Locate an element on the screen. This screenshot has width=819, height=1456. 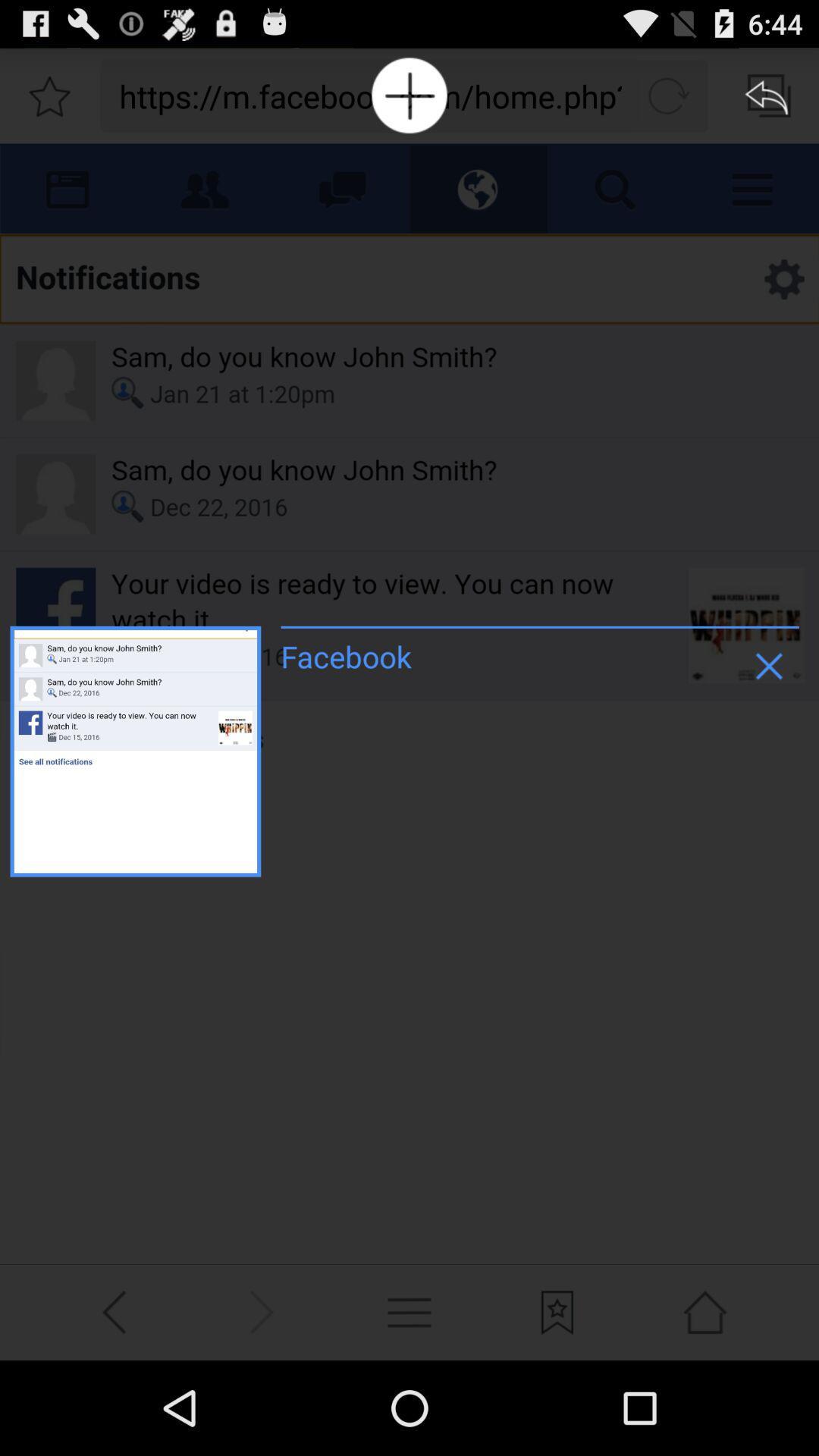
the add icon is located at coordinates (409, 101).